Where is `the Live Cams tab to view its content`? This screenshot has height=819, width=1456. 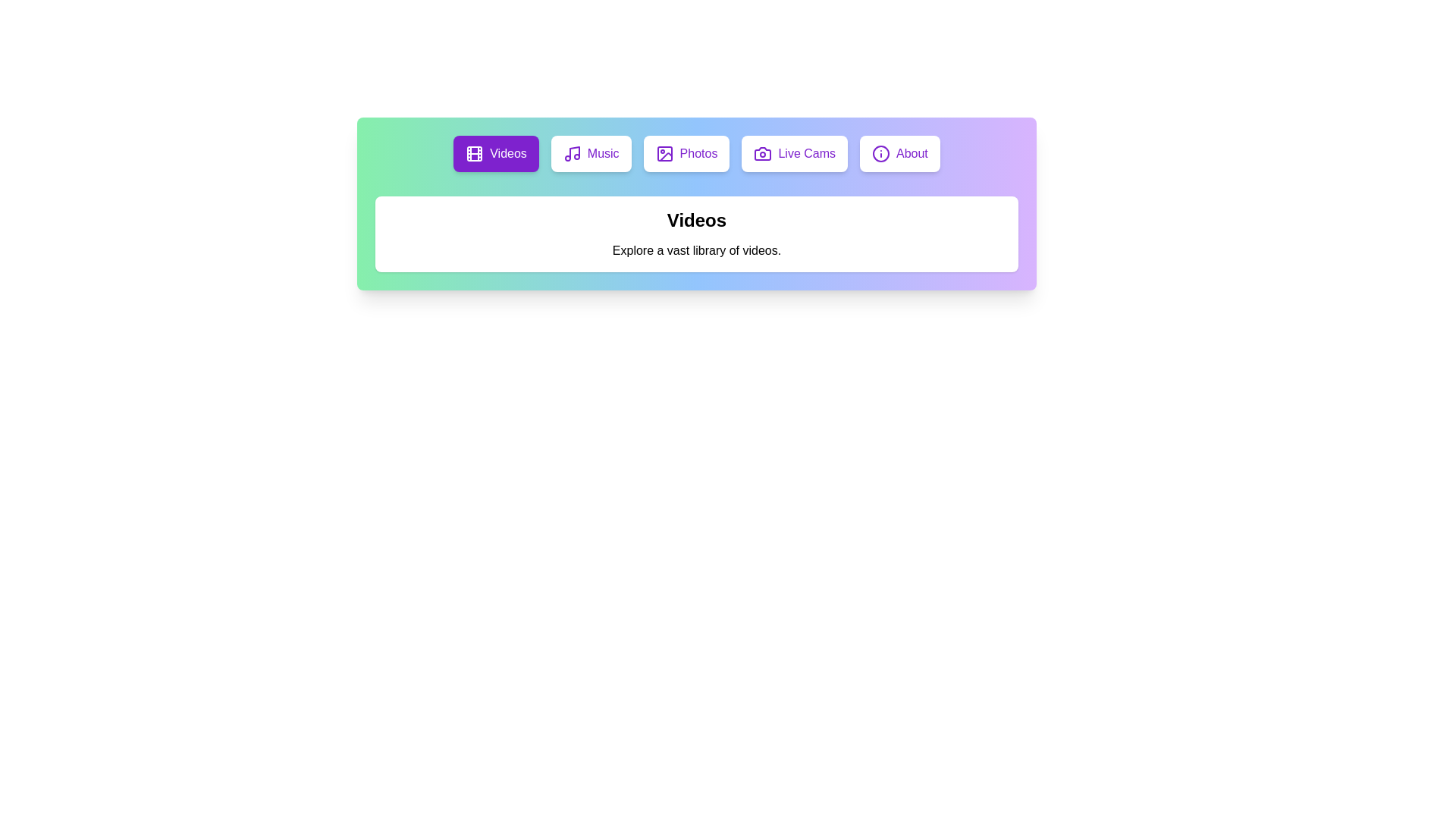
the Live Cams tab to view its content is located at coordinates (793, 154).